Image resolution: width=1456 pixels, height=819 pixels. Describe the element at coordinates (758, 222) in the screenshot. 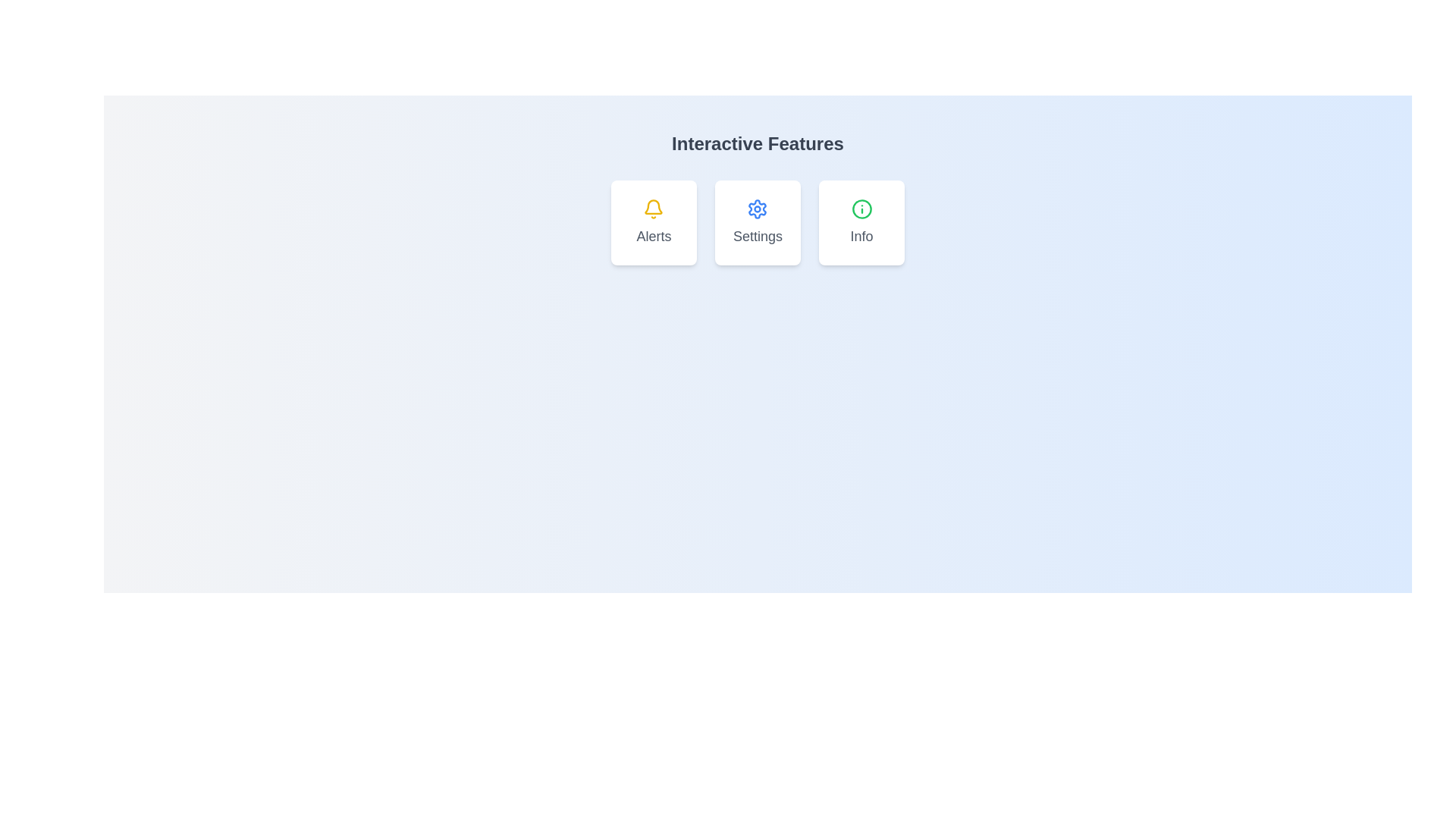

I see `the 'Settings' interactive card which features a blue gear icon and the text 'Settings' in gray, located in the middle of three horizontally aligned cards` at that location.